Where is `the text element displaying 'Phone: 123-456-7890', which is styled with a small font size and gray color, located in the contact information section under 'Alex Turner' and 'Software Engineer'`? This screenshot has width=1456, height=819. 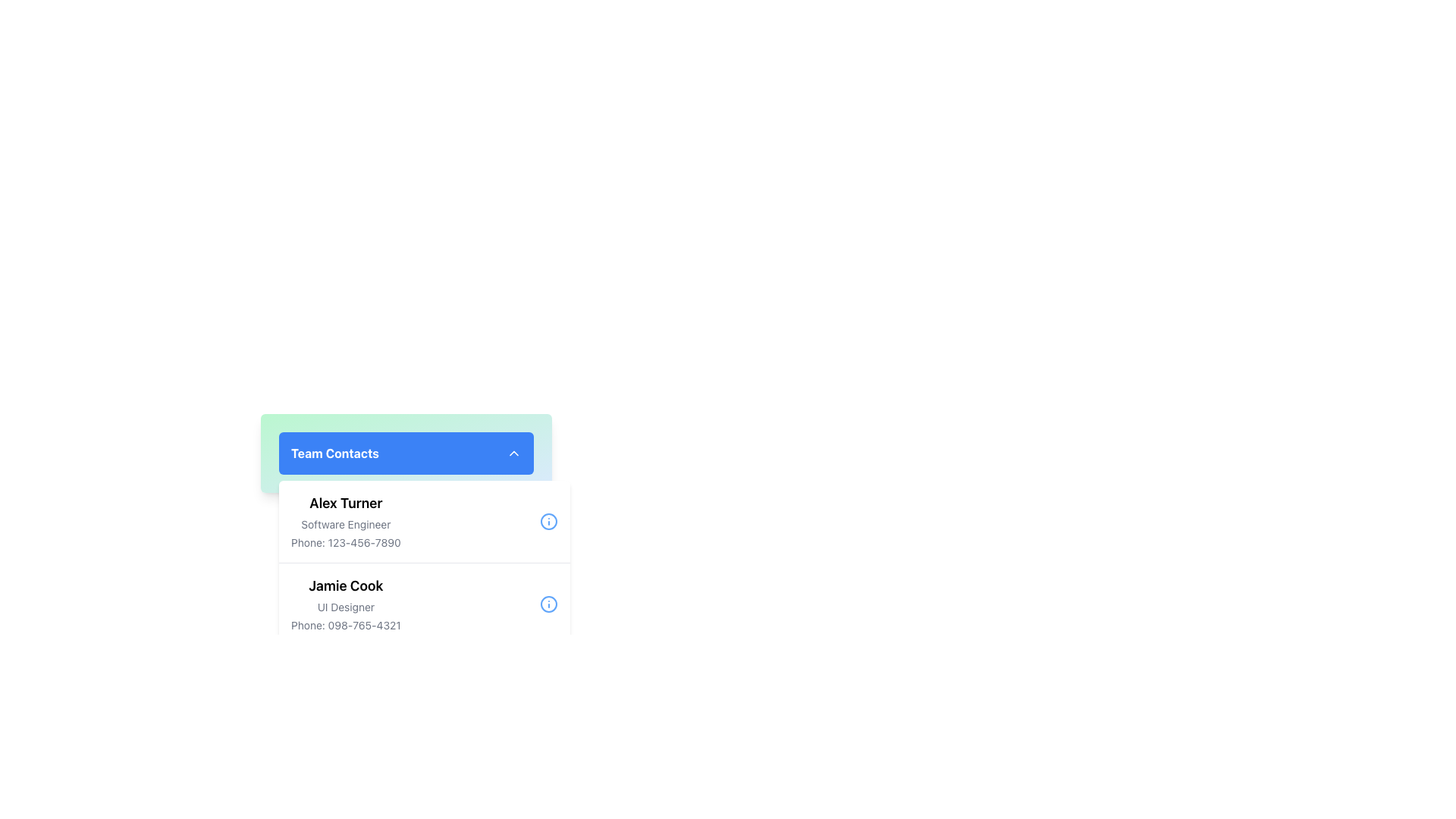
the text element displaying 'Phone: 123-456-7890', which is styled with a small font size and gray color, located in the contact information section under 'Alex Turner' and 'Software Engineer' is located at coordinates (345, 542).